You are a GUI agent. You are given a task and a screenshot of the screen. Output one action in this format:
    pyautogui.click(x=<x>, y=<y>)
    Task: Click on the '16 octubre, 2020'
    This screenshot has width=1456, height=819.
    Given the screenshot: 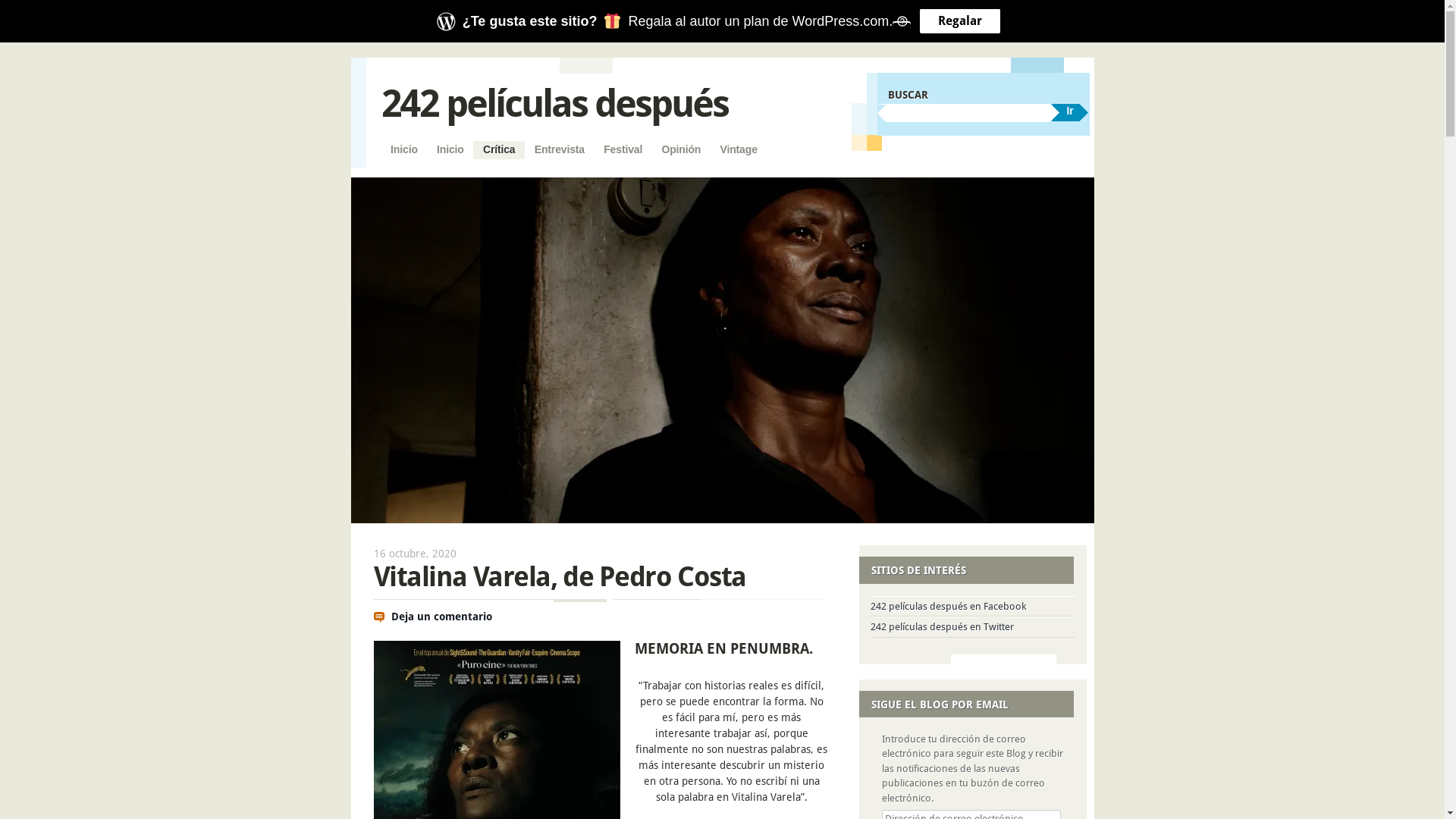 What is the action you would take?
    pyautogui.click(x=414, y=553)
    